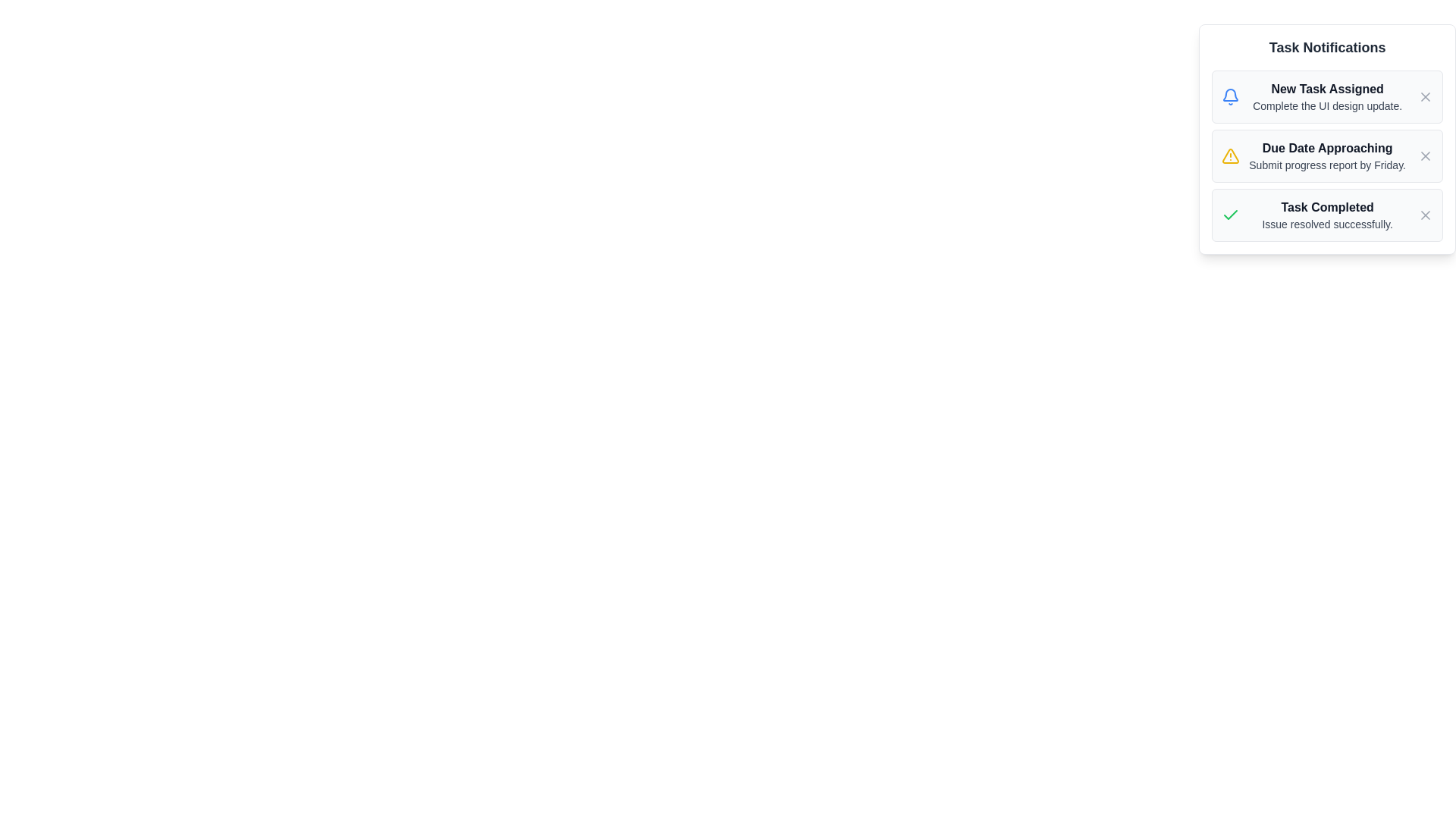 The height and width of the screenshot is (819, 1456). What do you see at coordinates (1326, 96) in the screenshot?
I see `the first notification item at the top of the notification list to focus on the task details` at bounding box center [1326, 96].